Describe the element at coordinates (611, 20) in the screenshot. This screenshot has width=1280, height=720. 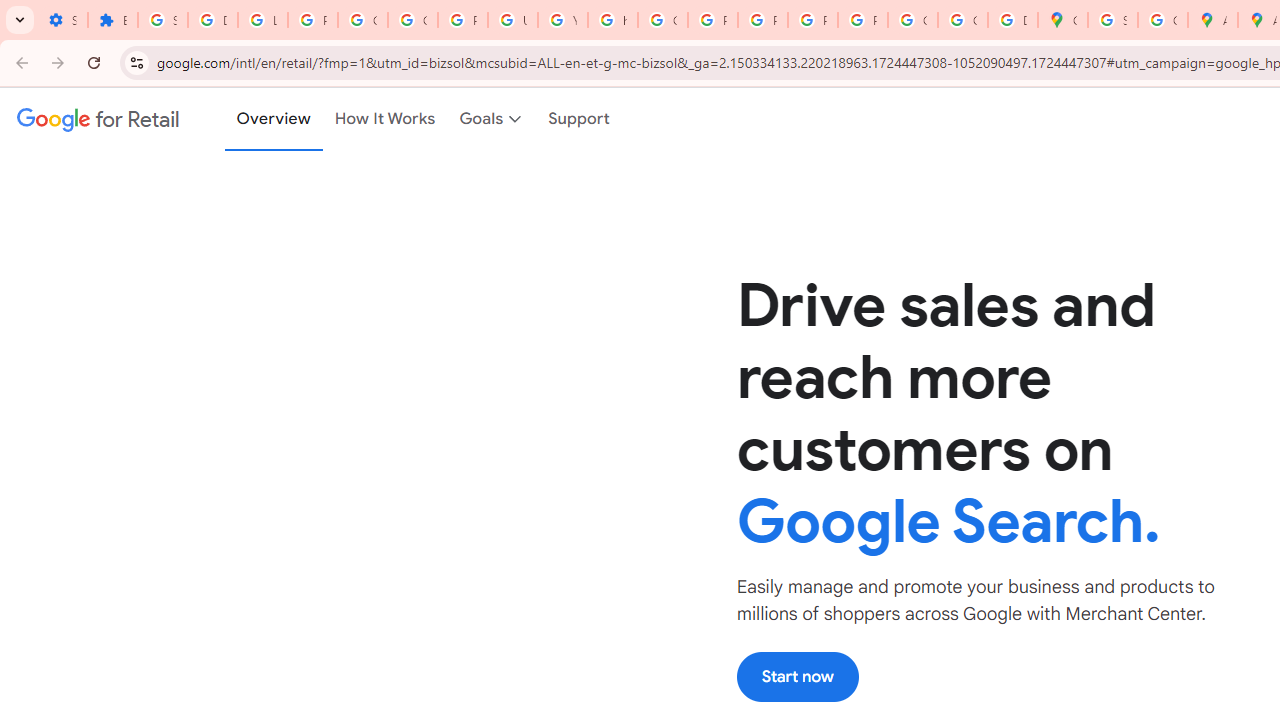
I see `'https://scholar.google.com/'` at that location.